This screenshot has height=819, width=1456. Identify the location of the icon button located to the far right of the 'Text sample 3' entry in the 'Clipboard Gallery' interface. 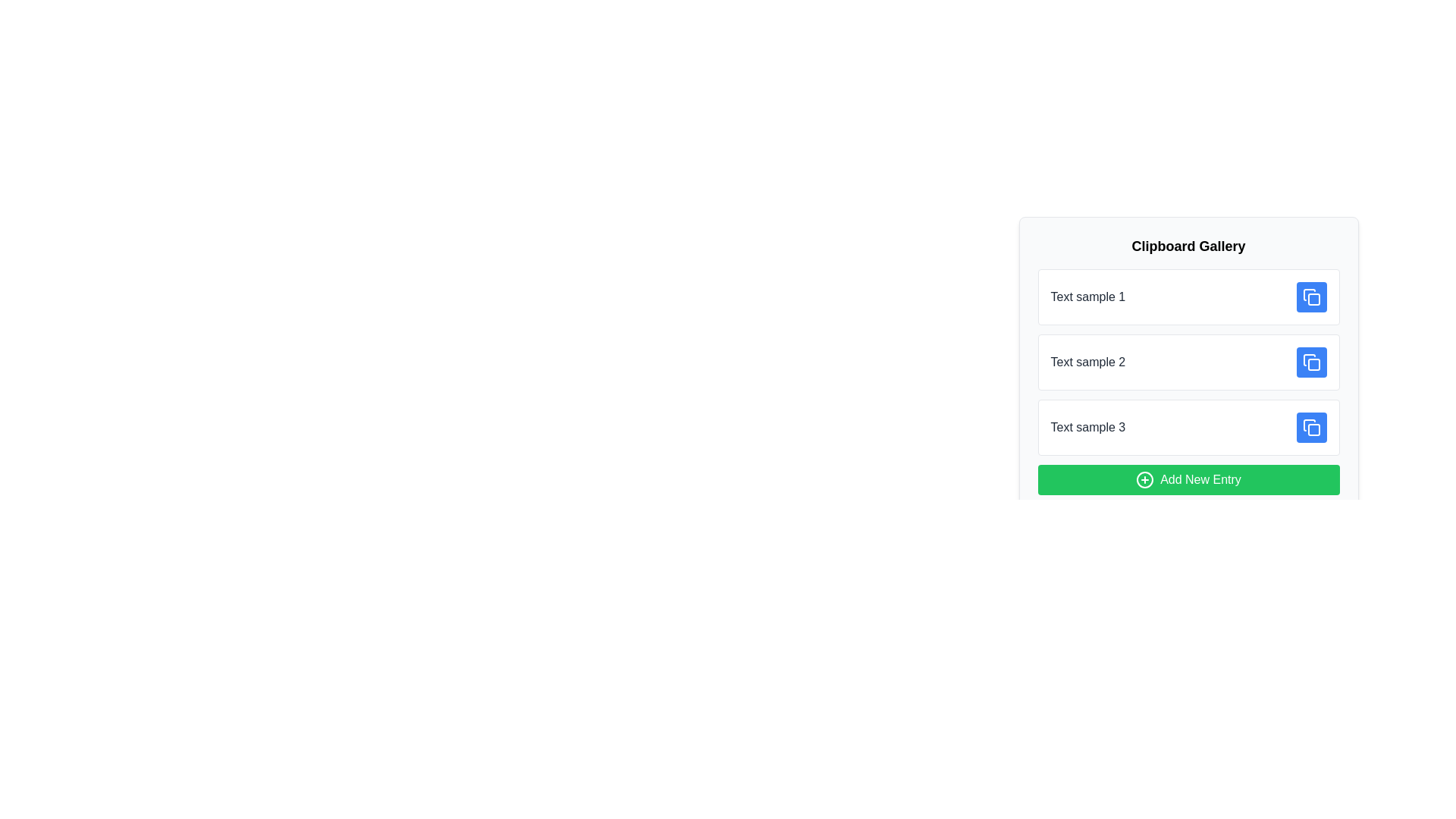
(1310, 427).